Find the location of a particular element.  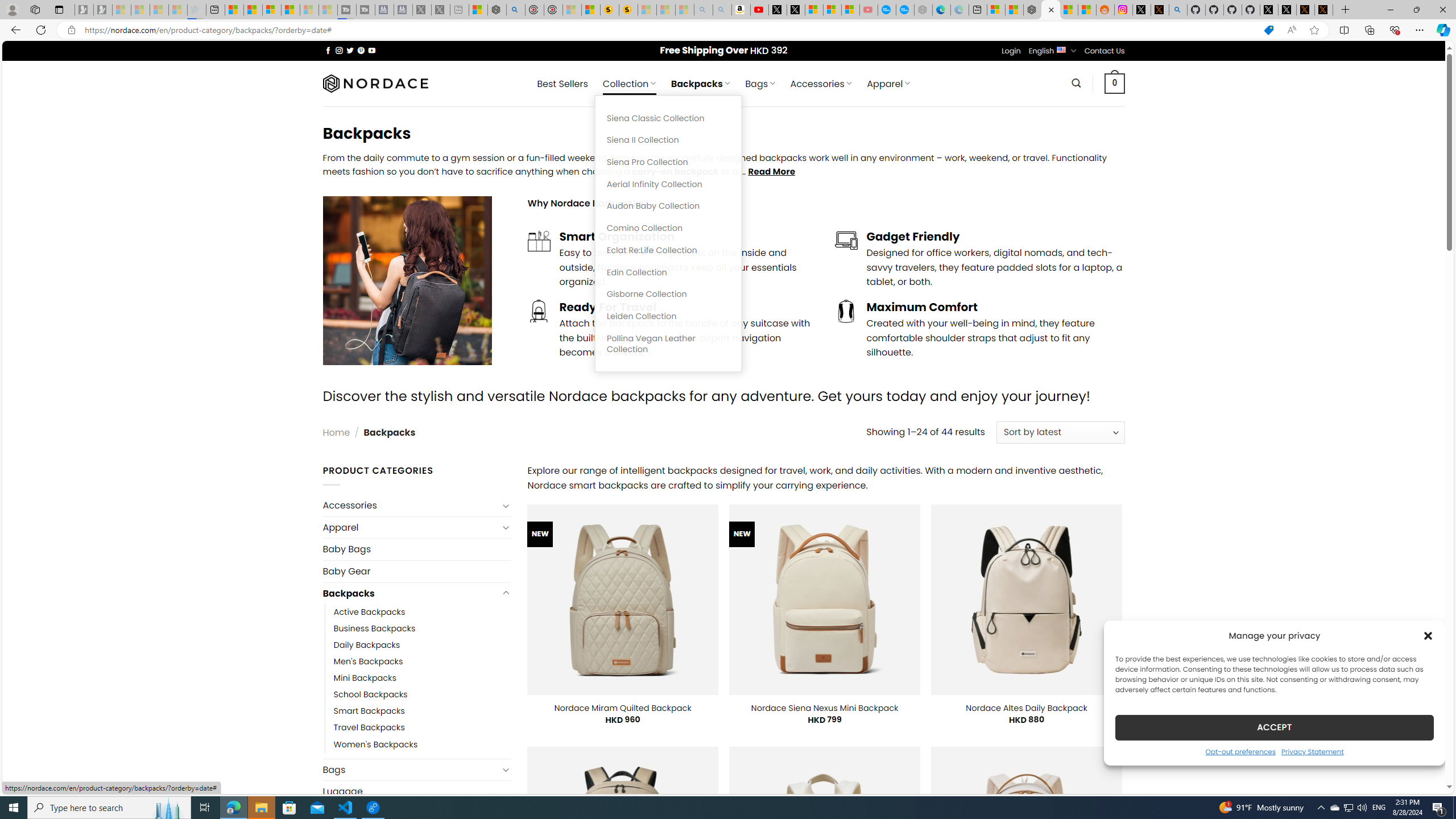

'Baby Bags' is located at coordinates (416, 549).